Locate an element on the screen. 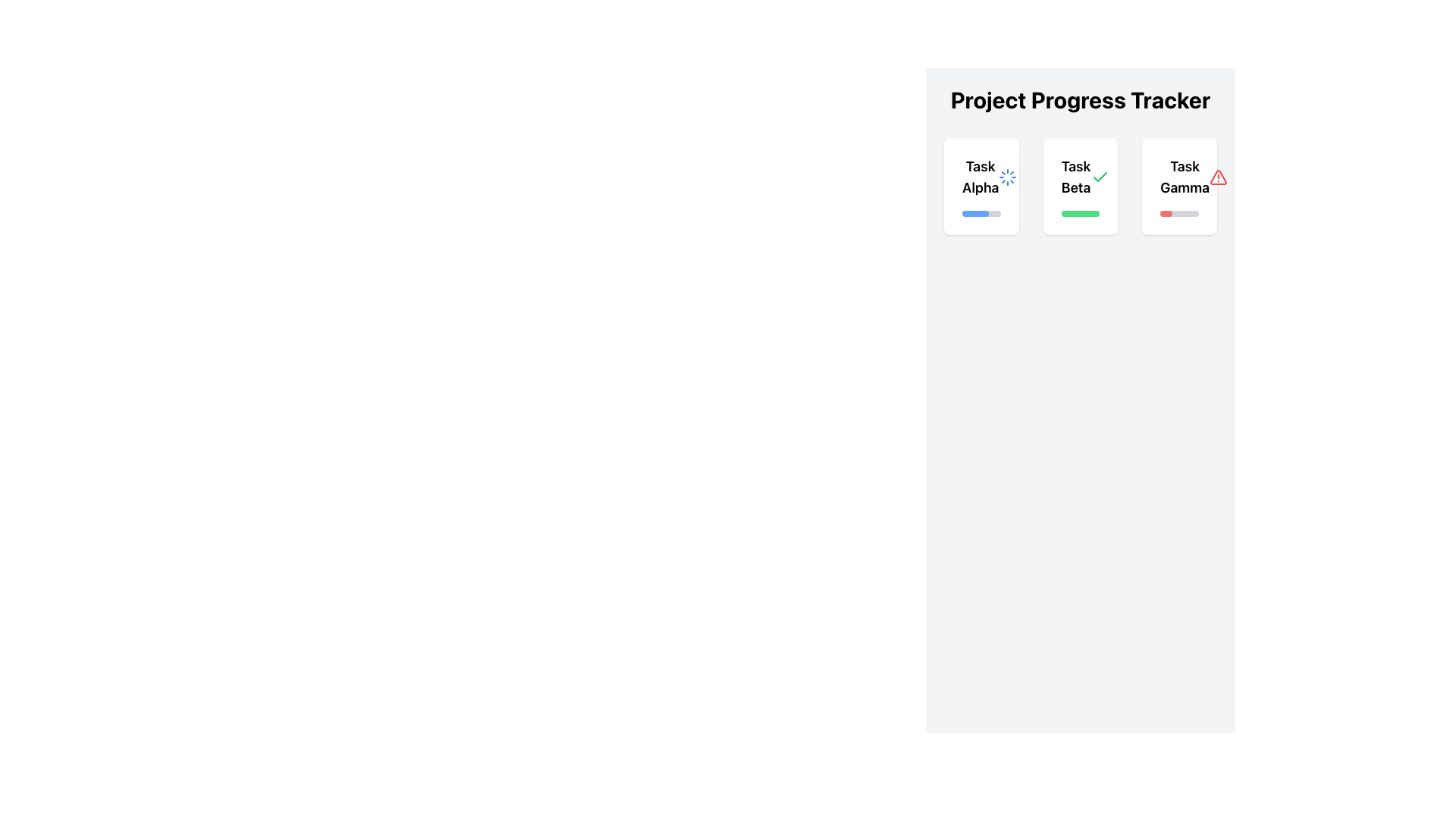 This screenshot has width=1456, height=819. the text details of the Text Display Component indicating the name and status of the second task, which is positioned centrally within the white rectangular card in the 'Project Progress Tracker' section is located at coordinates (1080, 177).